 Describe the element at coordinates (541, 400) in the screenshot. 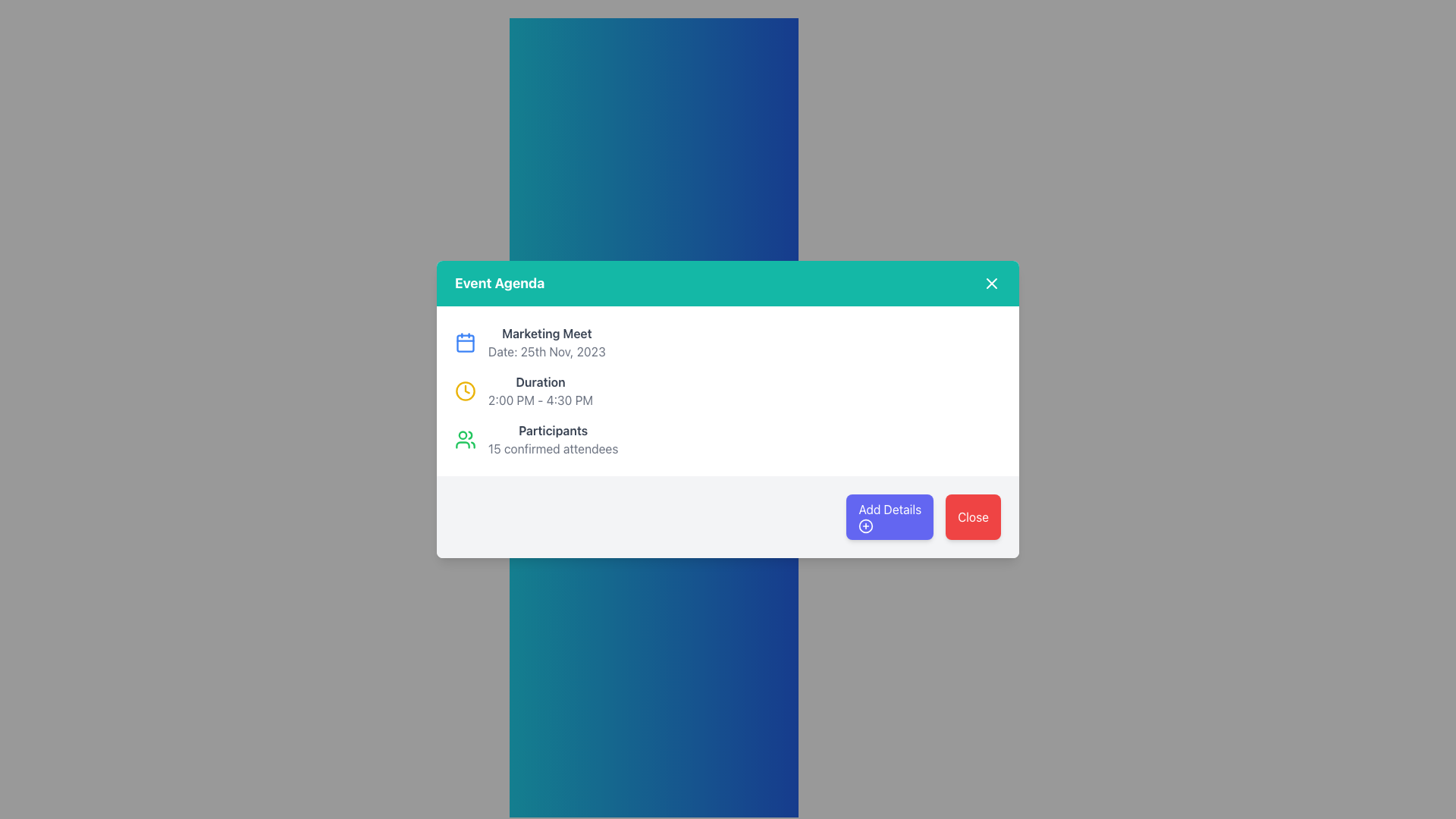

I see `the text label that provides information about the scheduled event's duration, located below the bolded word 'Duration' in the 'Event Agenda' dialog panel` at that location.